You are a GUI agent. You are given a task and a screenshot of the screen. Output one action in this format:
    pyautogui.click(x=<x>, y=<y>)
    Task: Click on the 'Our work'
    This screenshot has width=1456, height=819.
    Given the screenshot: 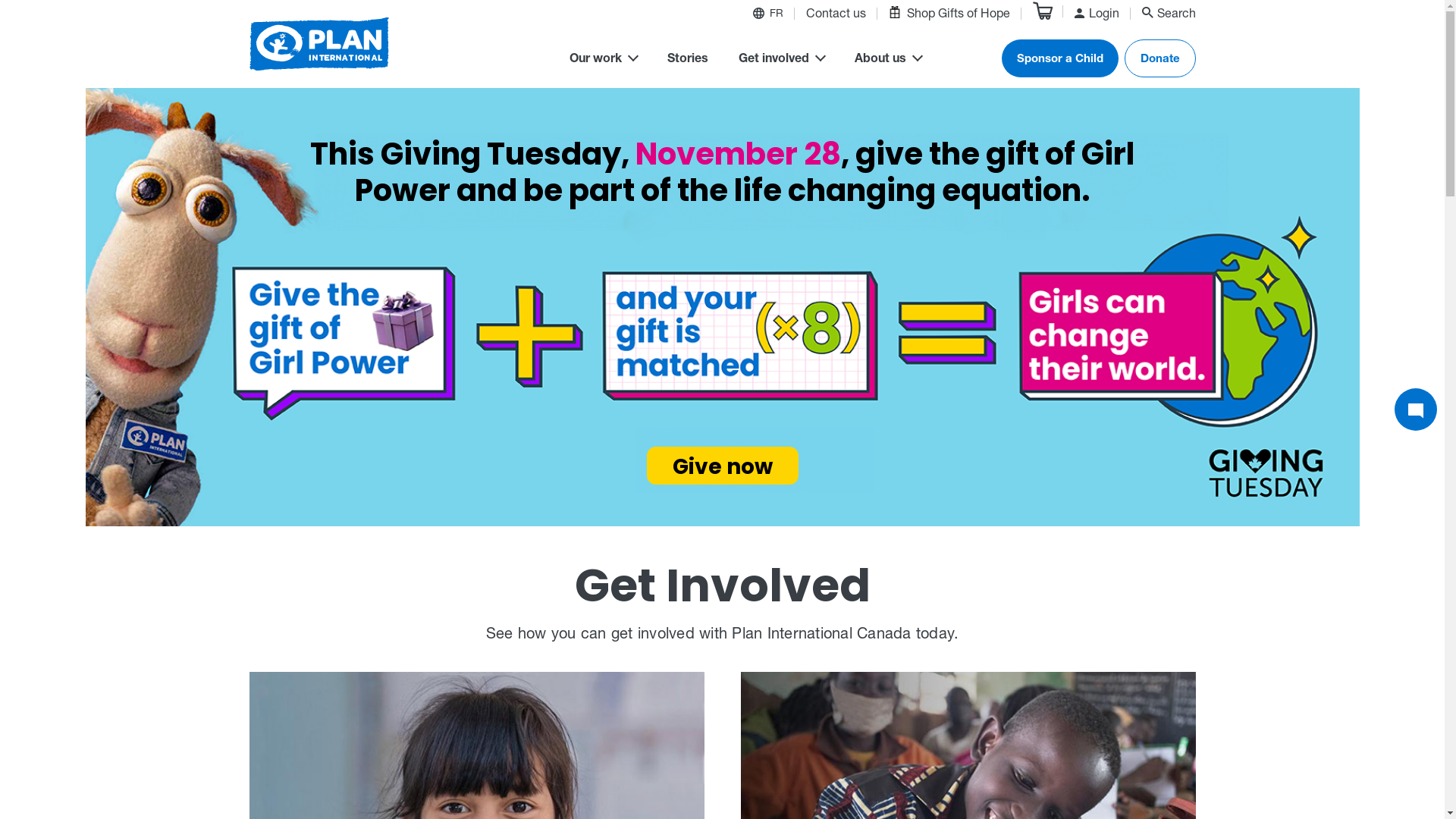 What is the action you would take?
    pyautogui.click(x=601, y=60)
    